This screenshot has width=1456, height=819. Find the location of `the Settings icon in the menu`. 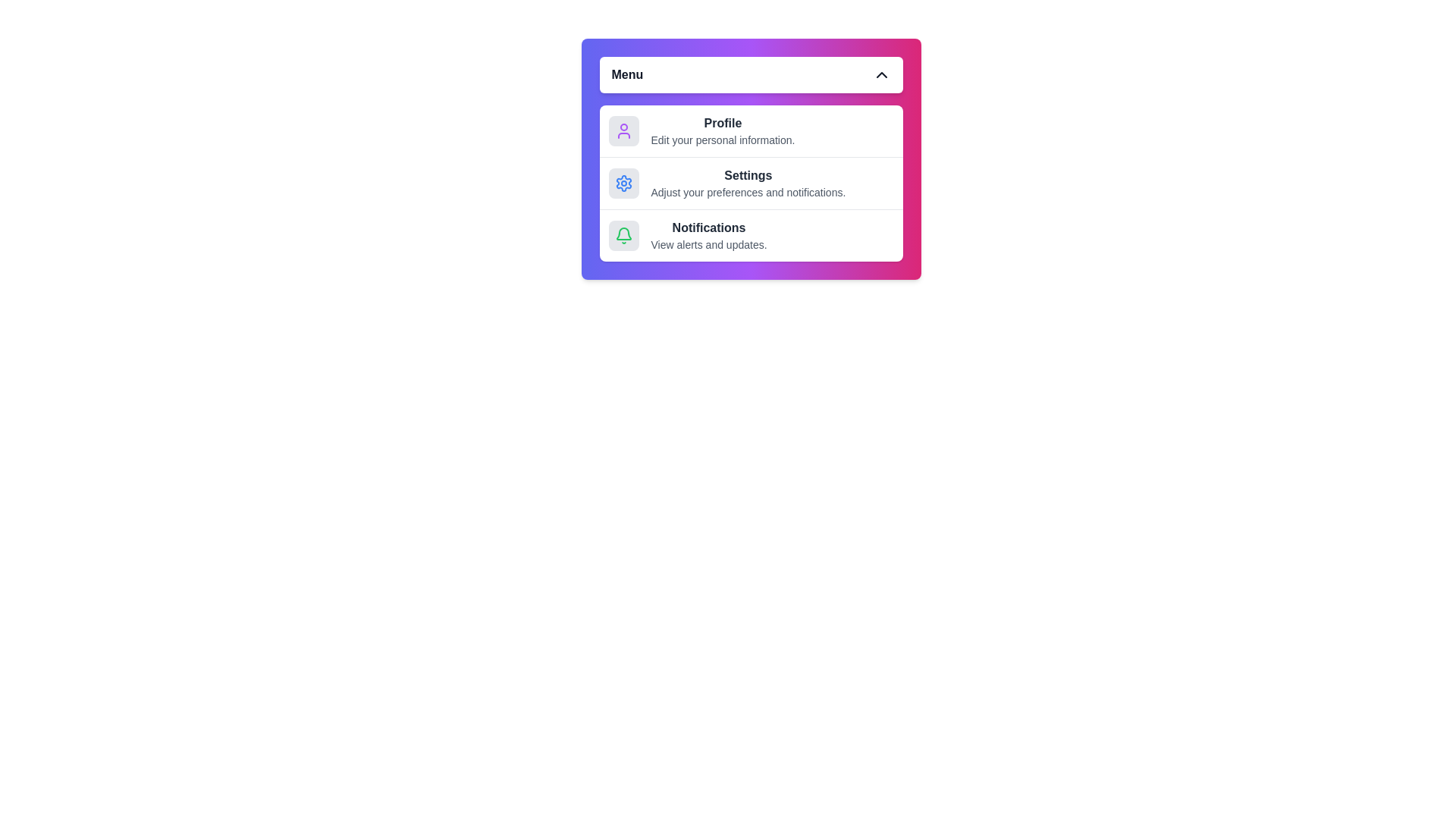

the Settings icon in the menu is located at coordinates (623, 183).